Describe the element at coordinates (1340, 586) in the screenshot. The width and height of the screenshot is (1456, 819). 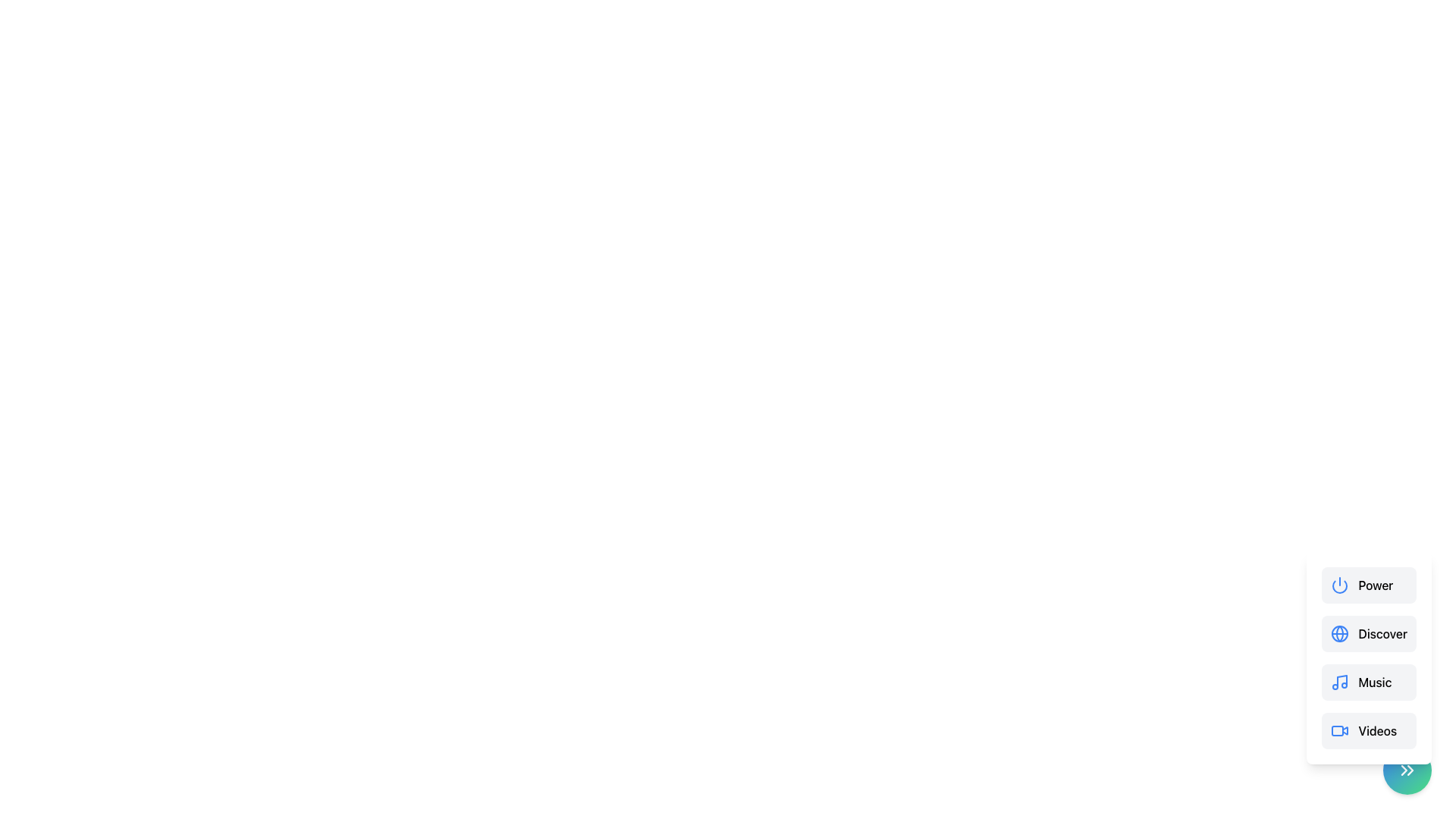
I see `the upper semi-circle arc of the power icon located in the bottom-right corner of the interface` at that location.